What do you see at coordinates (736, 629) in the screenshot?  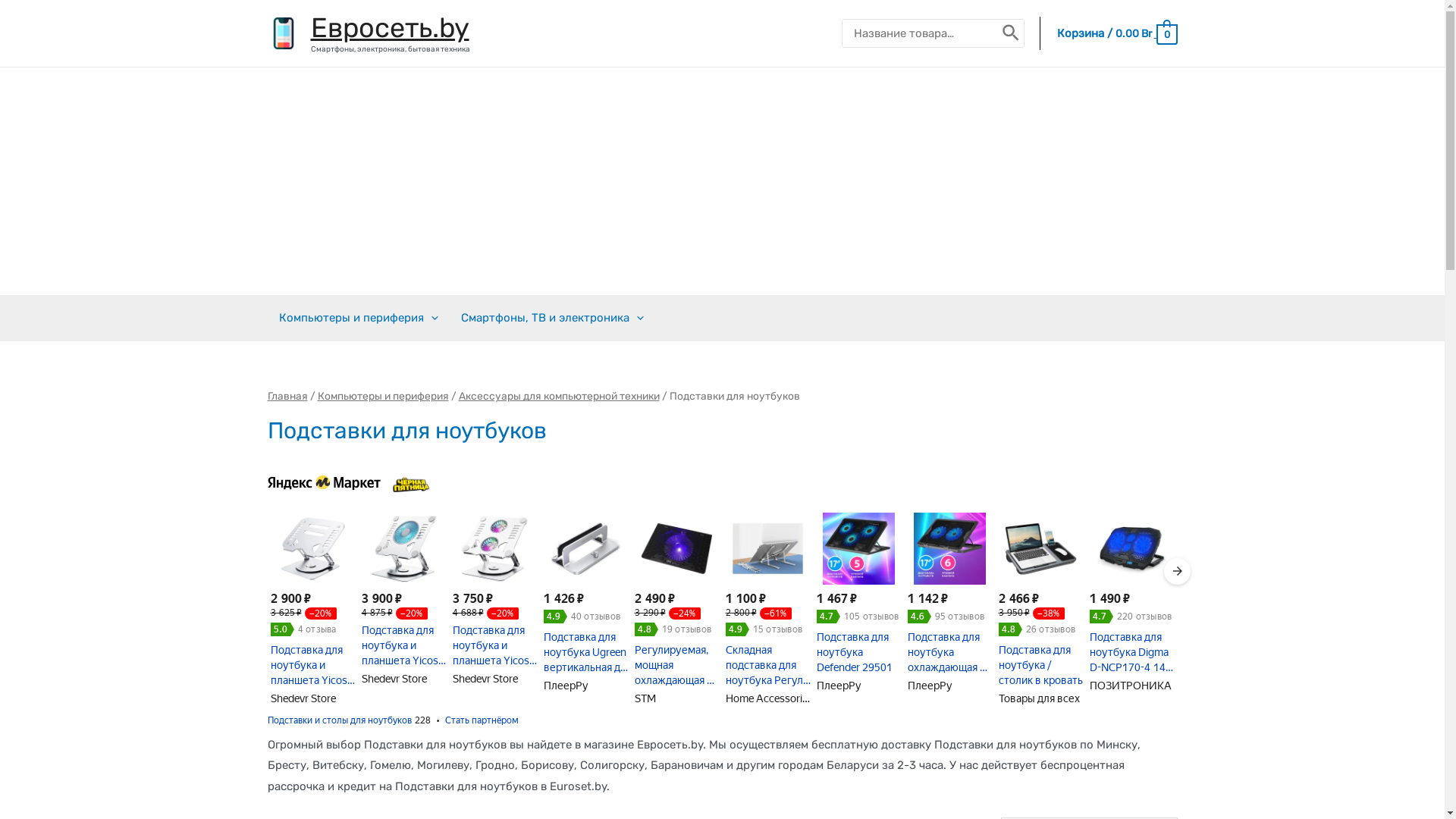 I see `'4.9'` at bounding box center [736, 629].